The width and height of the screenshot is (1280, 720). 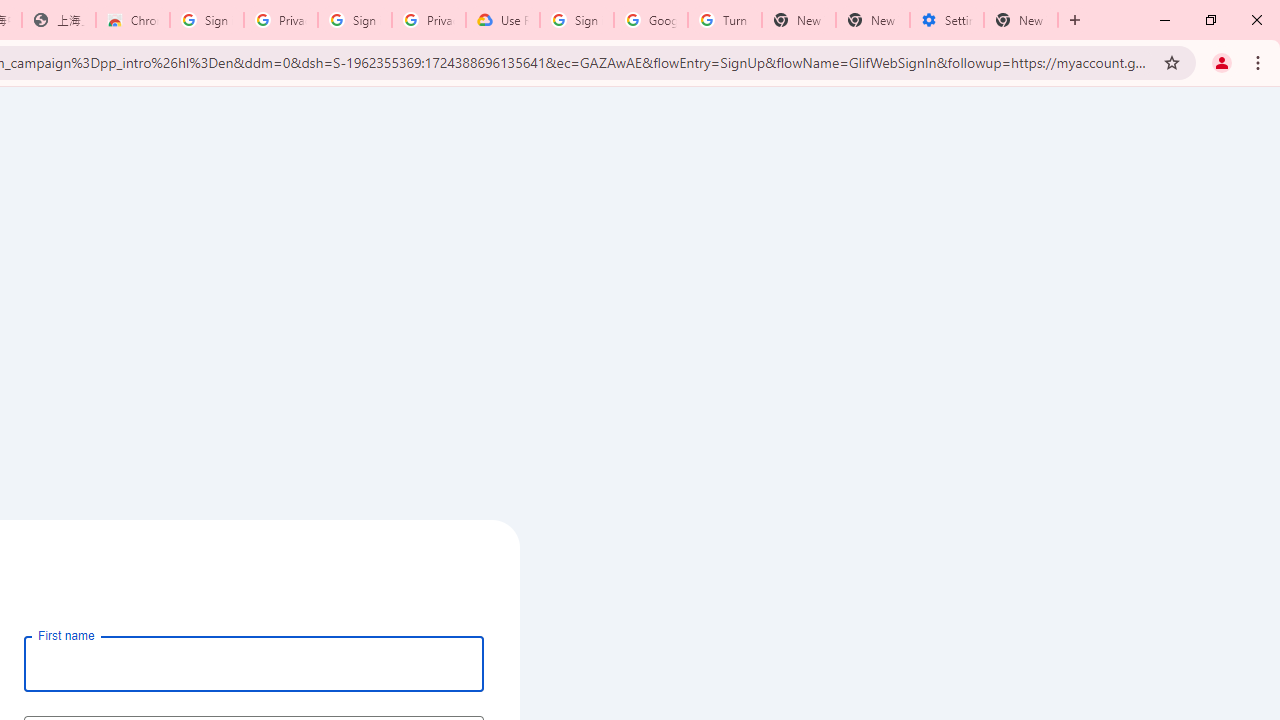 What do you see at coordinates (651, 20) in the screenshot?
I see `'Google Account Help'` at bounding box center [651, 20].